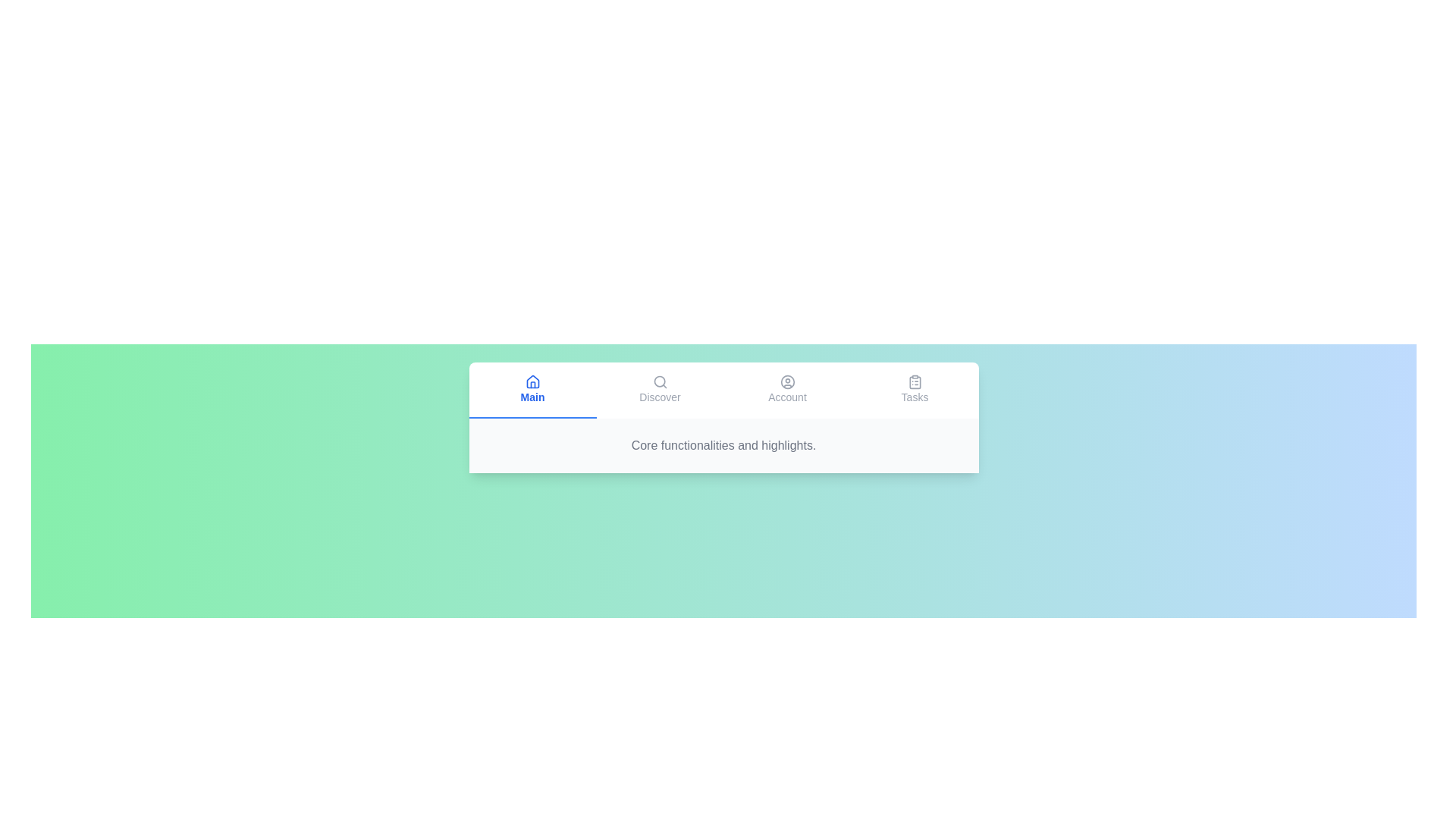 The image size is (1456, 819). Describe the element at coordinates (914, 390) in the screenshot. I see `the Tasks tab to switch to it` at that location.